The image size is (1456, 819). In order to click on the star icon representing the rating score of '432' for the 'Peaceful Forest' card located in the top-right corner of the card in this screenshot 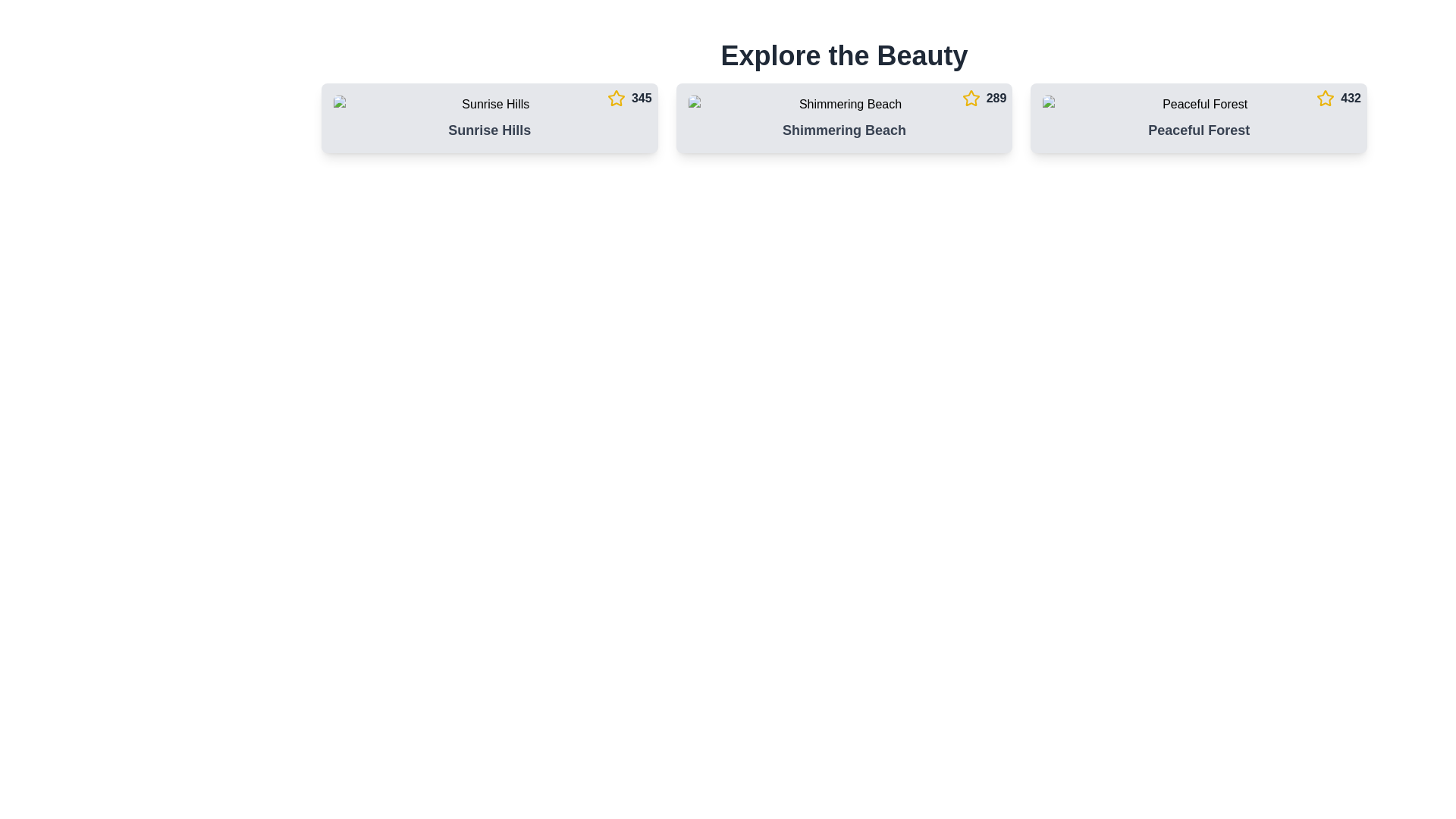, I will do `click(1338, 99)`.